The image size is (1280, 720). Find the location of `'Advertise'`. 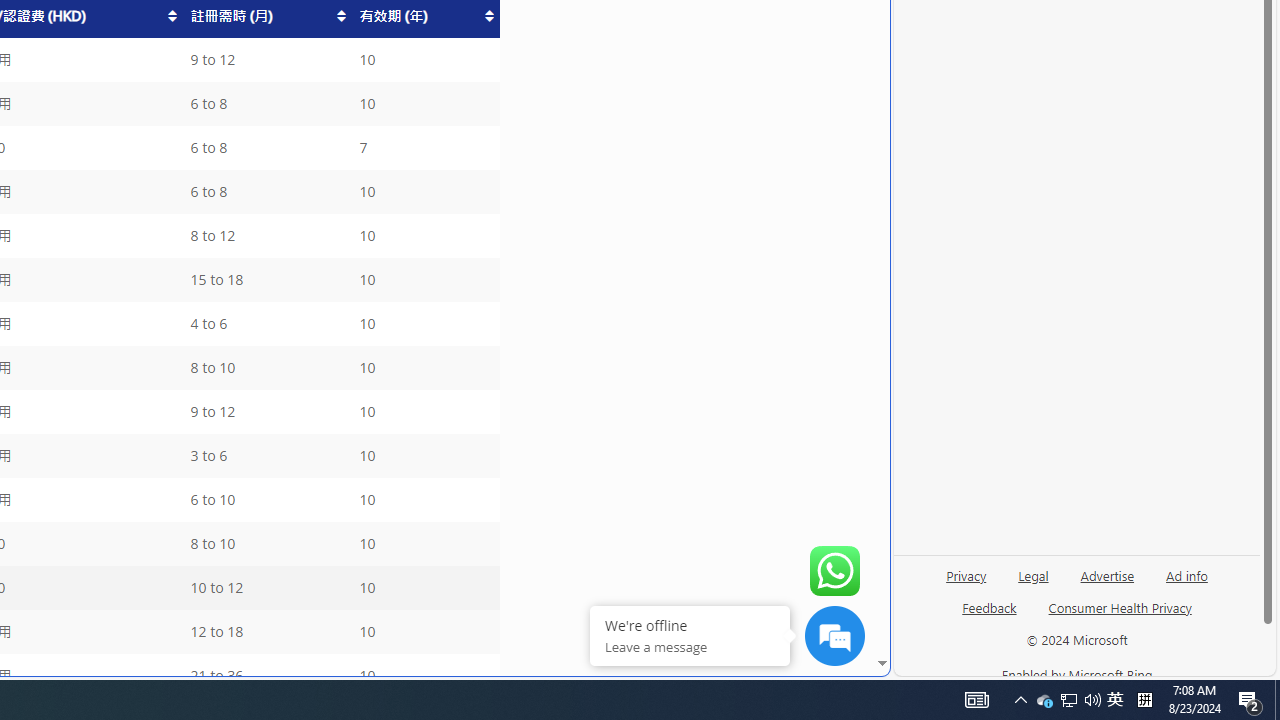

'Advertise' is located at coordinates (1106, 583).